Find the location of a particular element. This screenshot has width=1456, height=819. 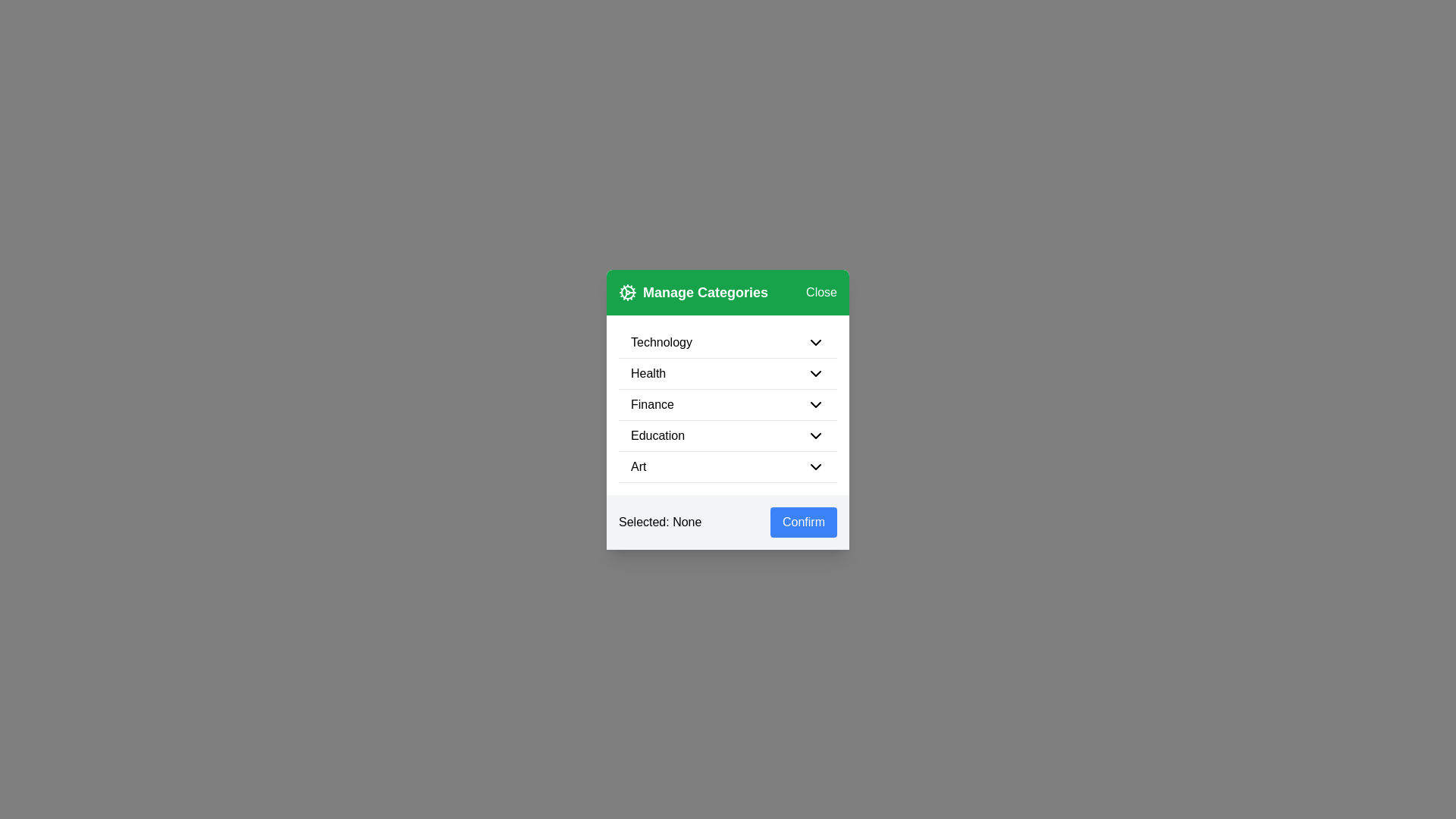

the row corresponding to the category Health is located at coordinates (728, 374).